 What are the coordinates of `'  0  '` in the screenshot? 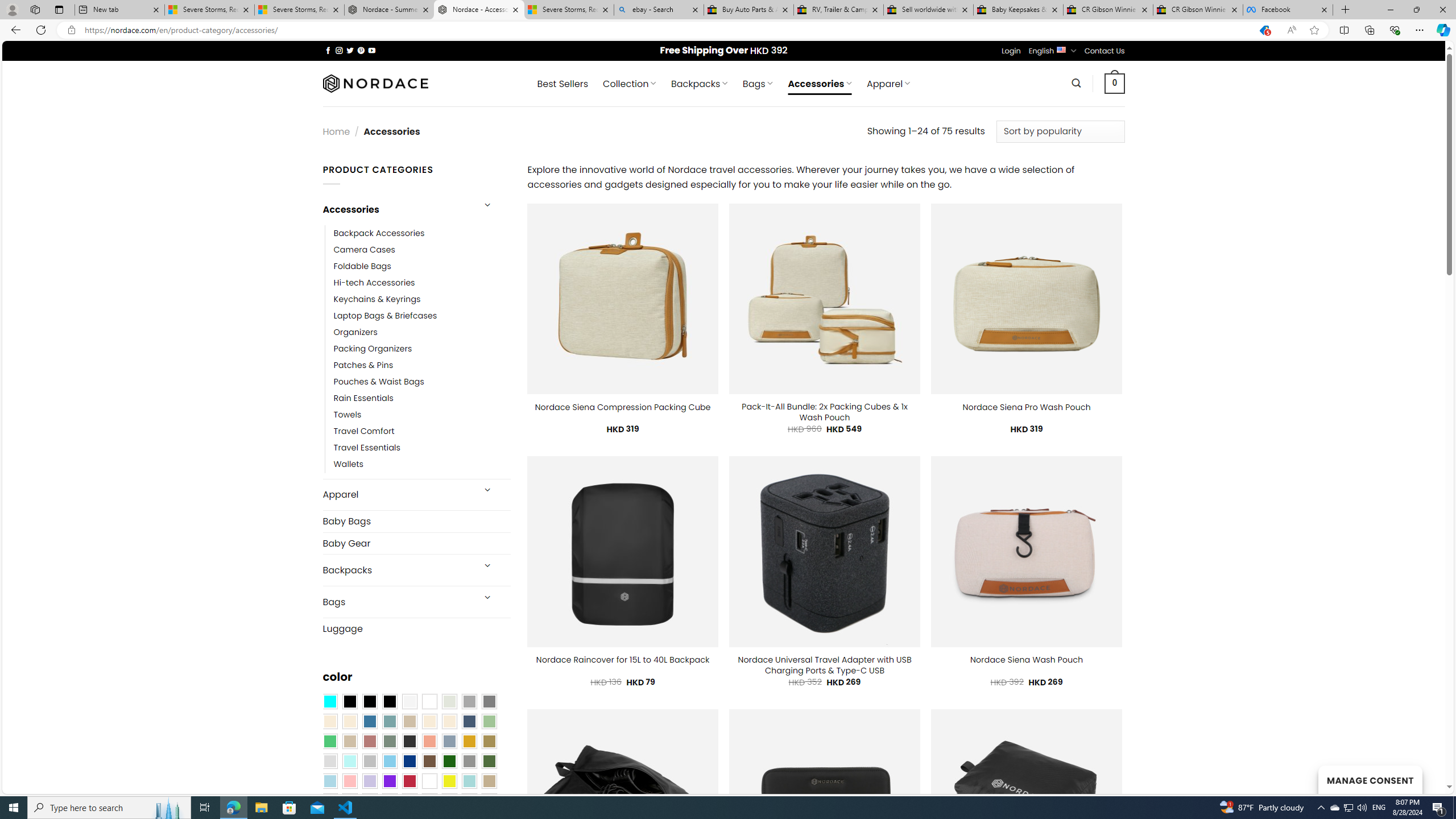 It's located at (1115, 82).